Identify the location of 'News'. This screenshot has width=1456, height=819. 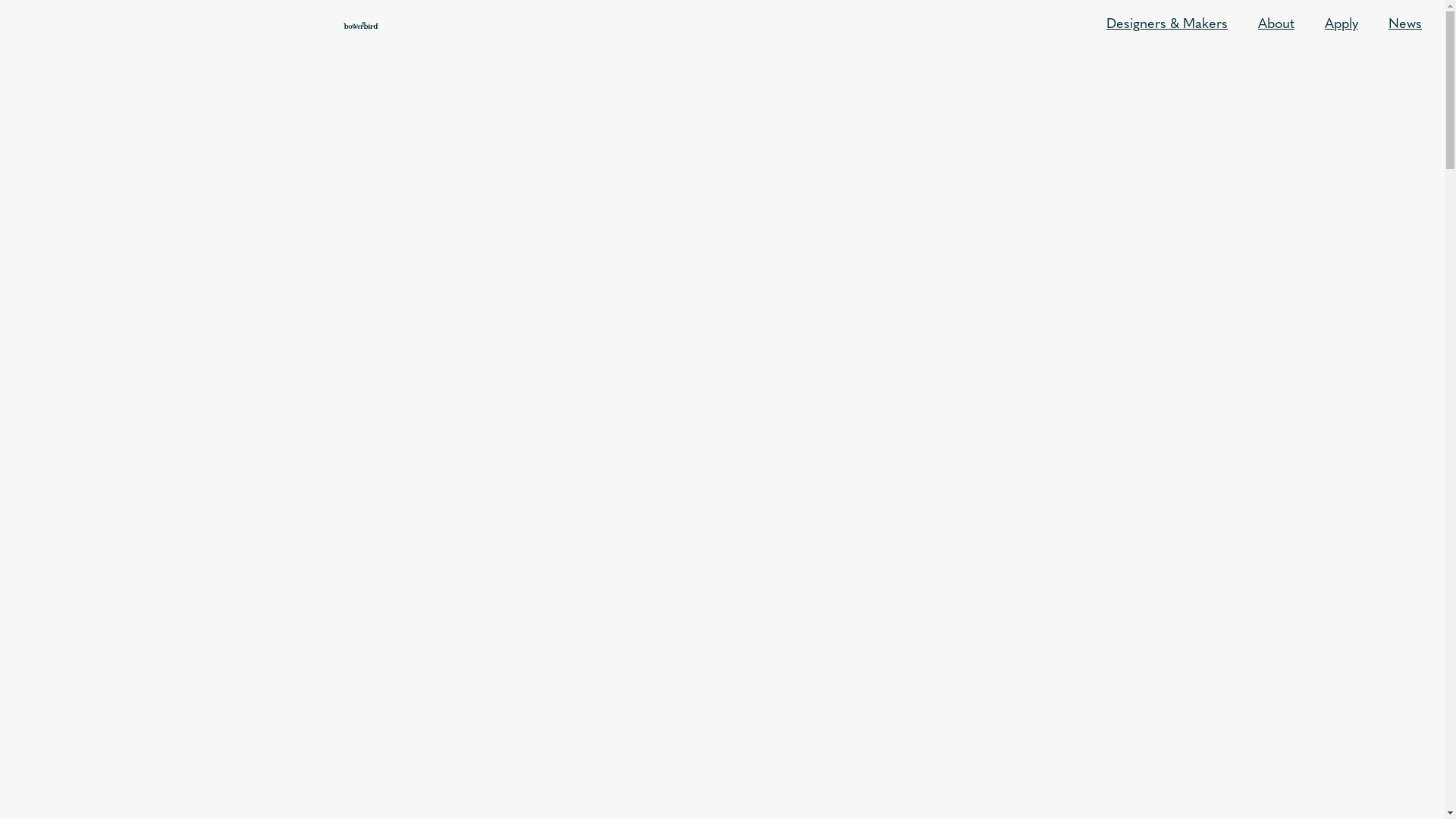
(1404, 25).